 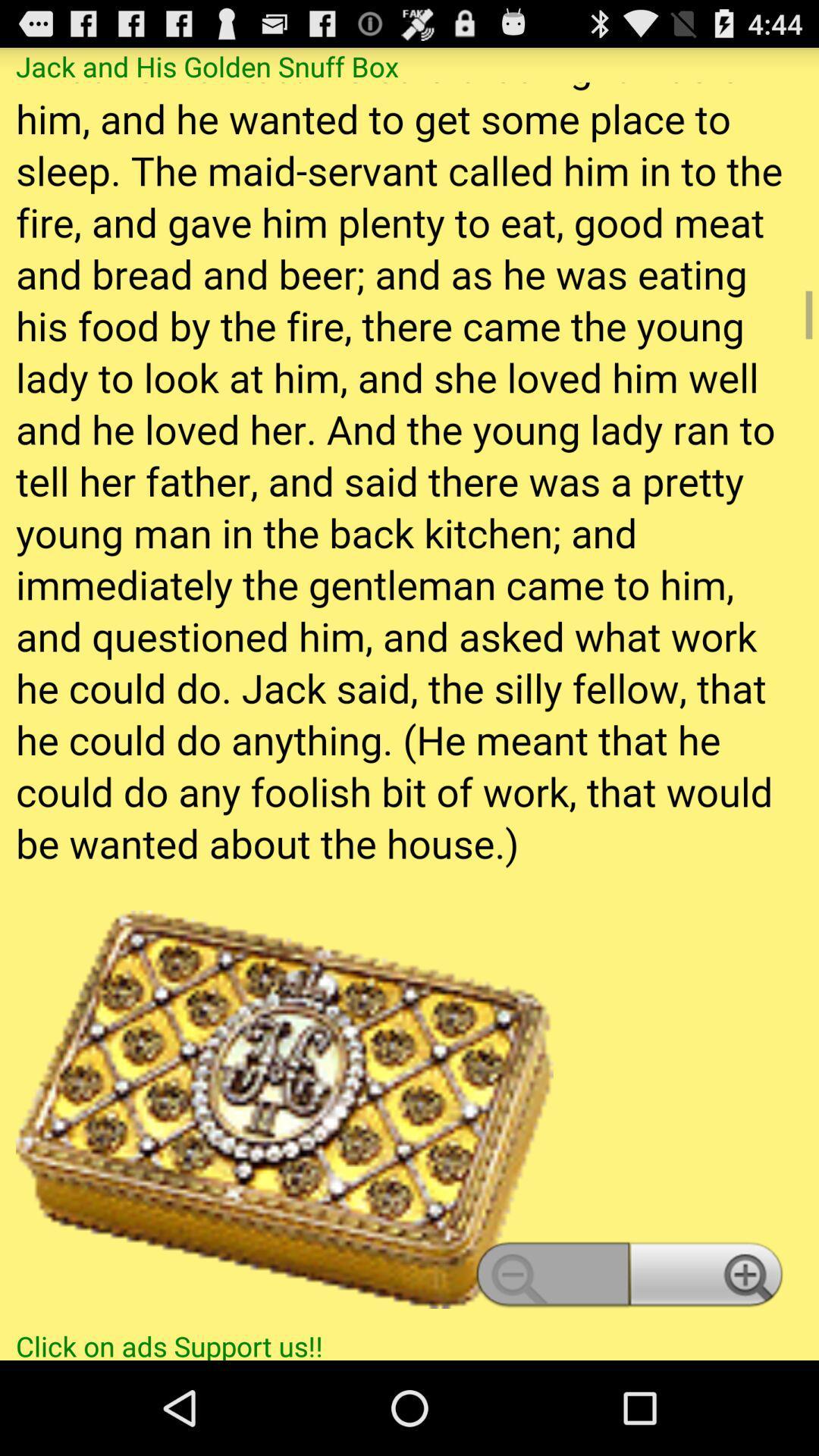 I want to click on story content, so click(x=409, y=704).